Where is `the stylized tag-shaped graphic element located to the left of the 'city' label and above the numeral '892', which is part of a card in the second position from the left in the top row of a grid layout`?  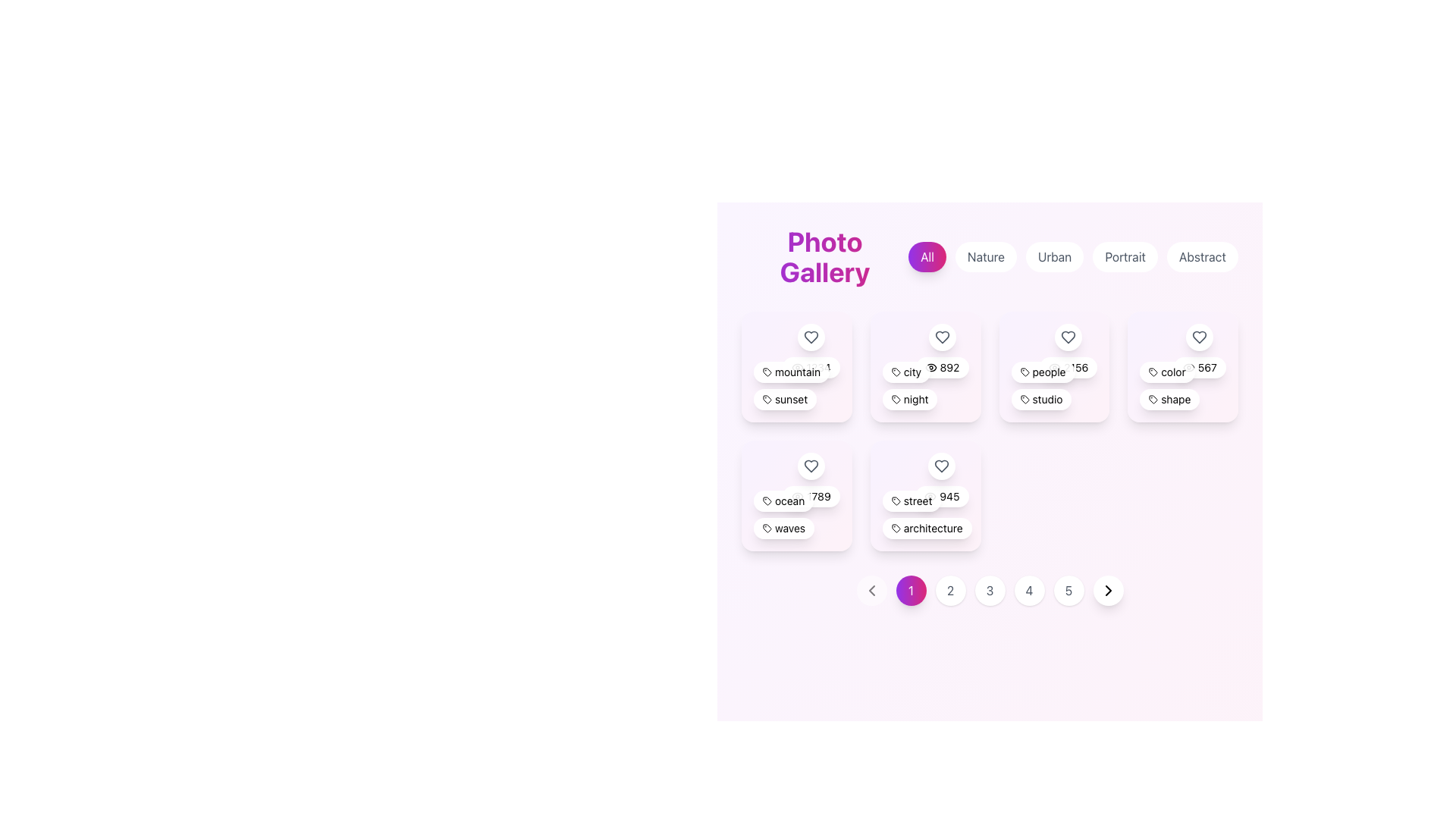 the stylized tag-shaped graphic element located to the left of the 'city' label and above the numeral '892', which is part of a card in the second position from the left in the top row of a grid layout is located at coordinates (896, 372).